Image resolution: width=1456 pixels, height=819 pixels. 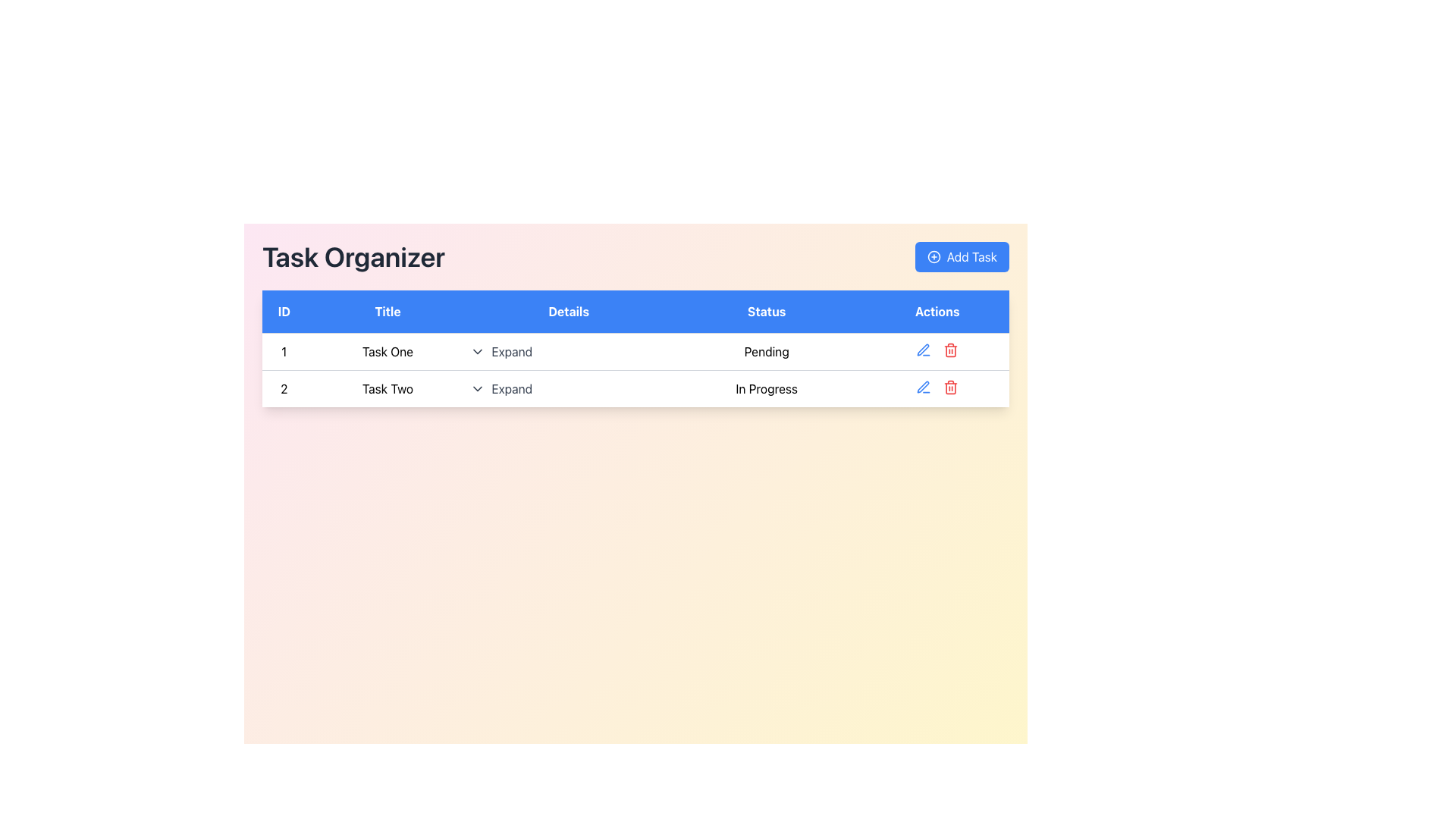 What do you see at coordinates (284, 311) in the screenshot?
I see `the 'ID' table column header to associate it with the column for sorting` at bounding box center [284, 311].